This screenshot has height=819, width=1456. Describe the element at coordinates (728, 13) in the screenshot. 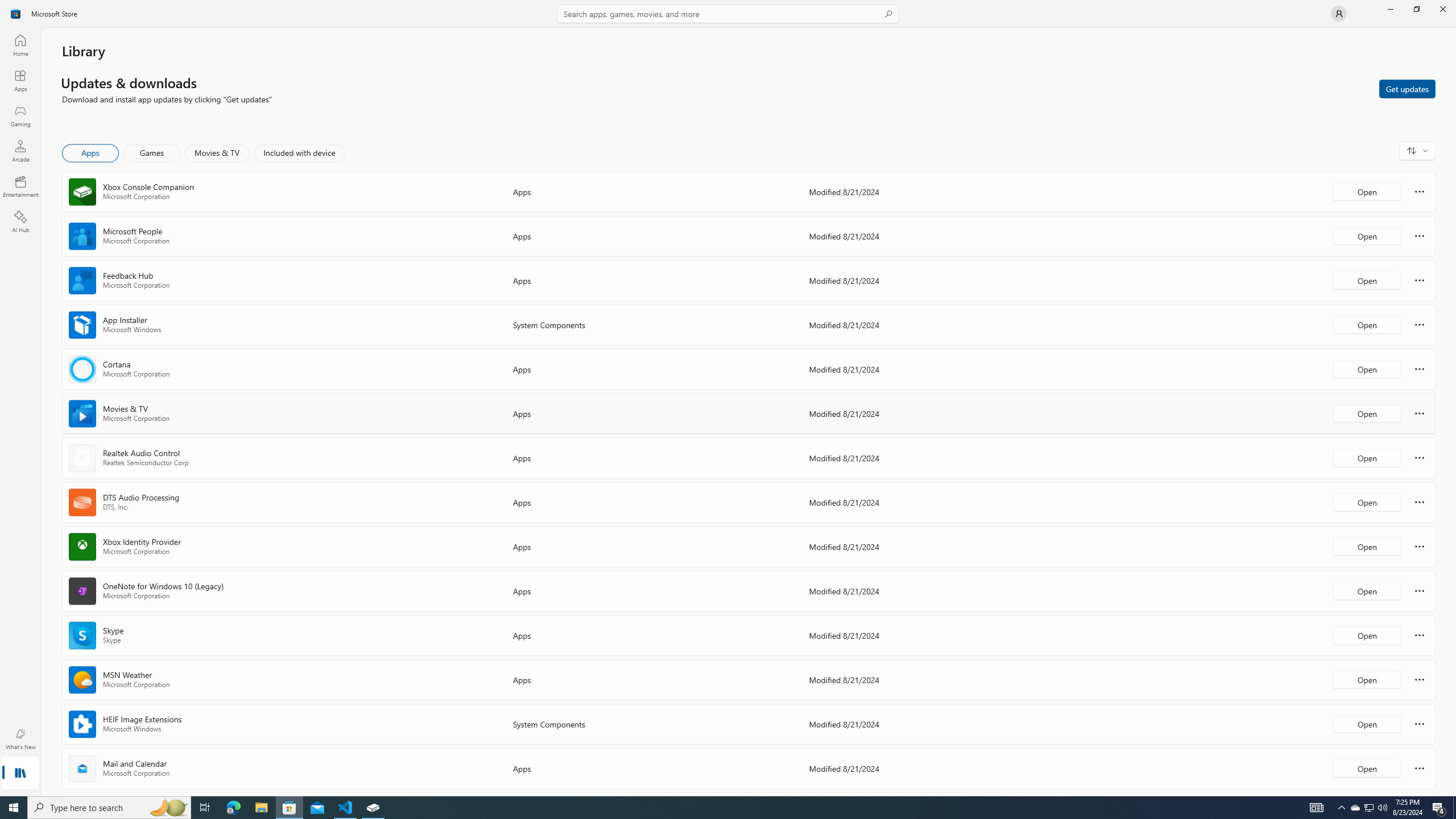

I see `'Search'` at that location.